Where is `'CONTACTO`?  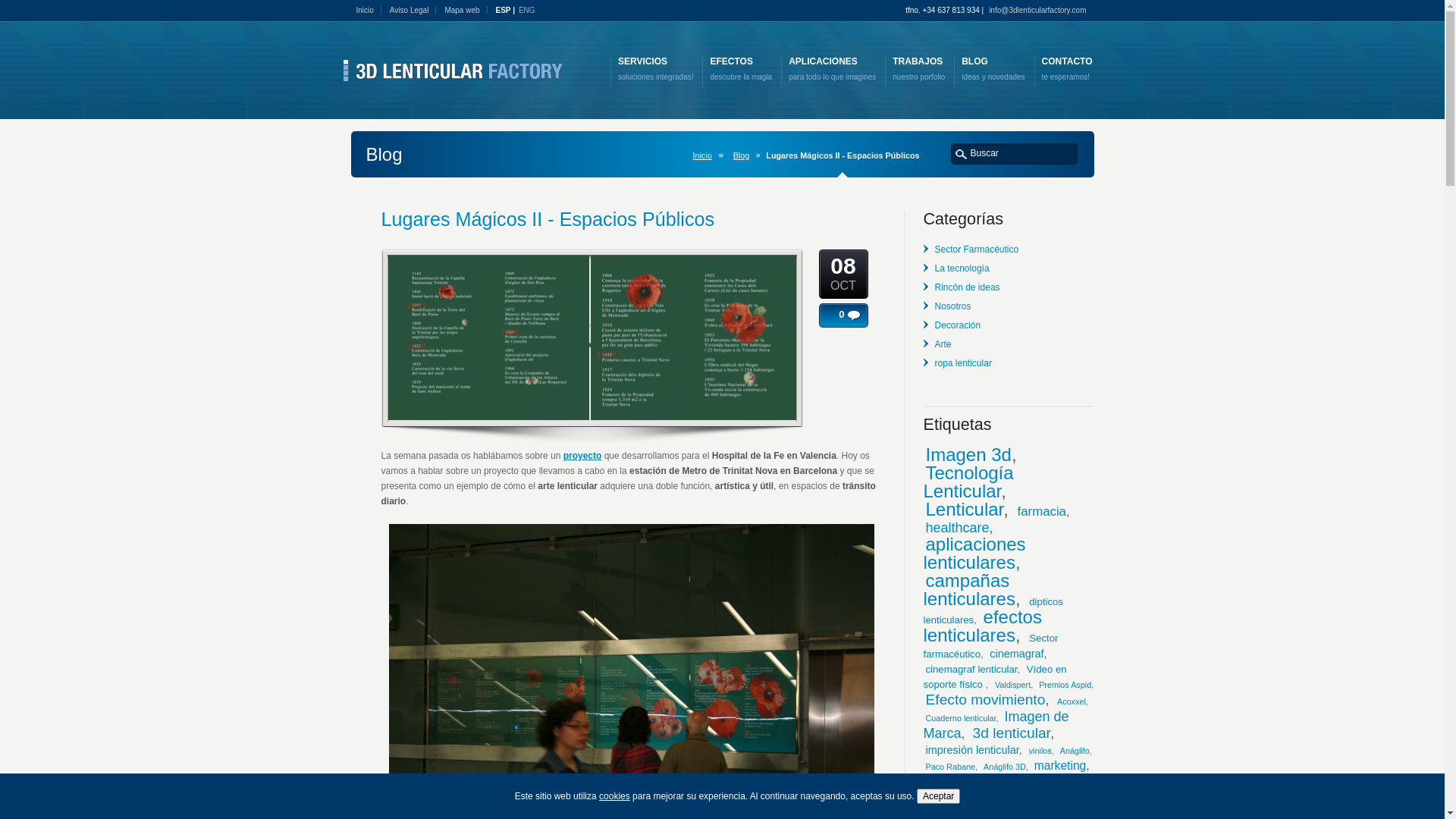 'CONTACTO is located at coordinates (1066, 69).